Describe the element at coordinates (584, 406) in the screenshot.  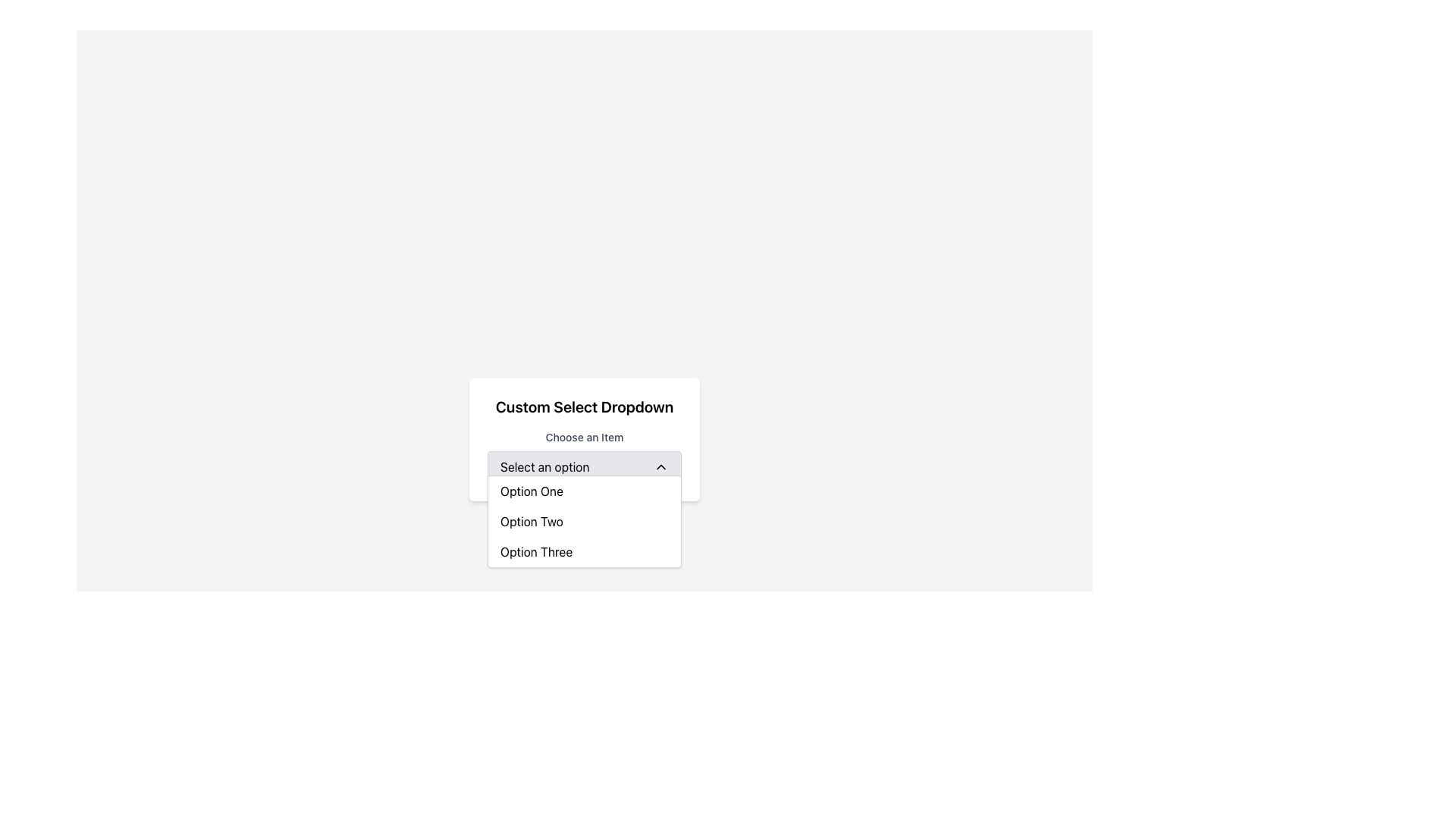
I see `text header labeled 'Custom Select Dropdown' which is styled in bold, large font and centered above the dropdown component` at that location.